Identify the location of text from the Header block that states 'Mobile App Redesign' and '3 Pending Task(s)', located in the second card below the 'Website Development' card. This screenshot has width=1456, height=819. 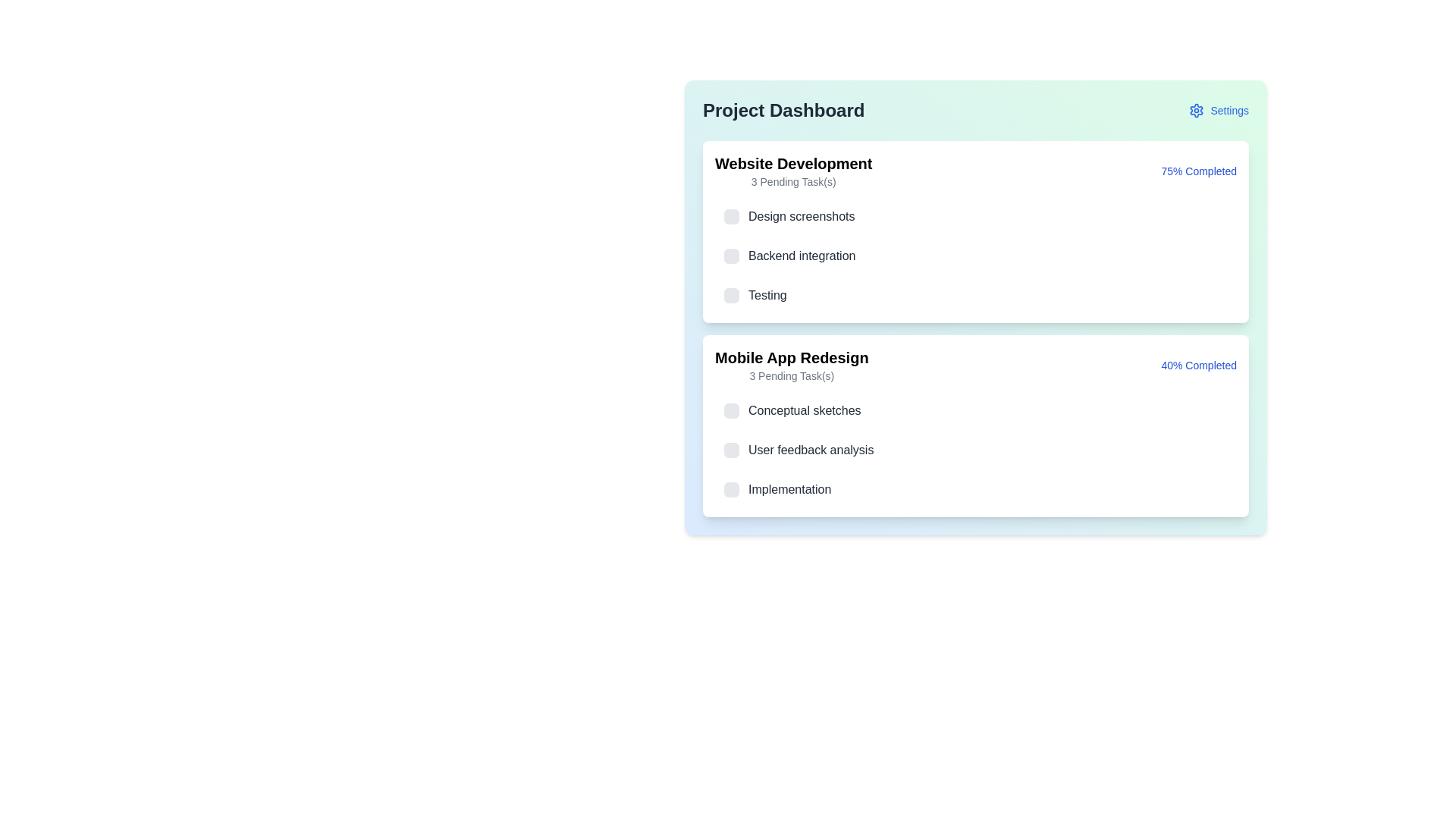
(791, 366).